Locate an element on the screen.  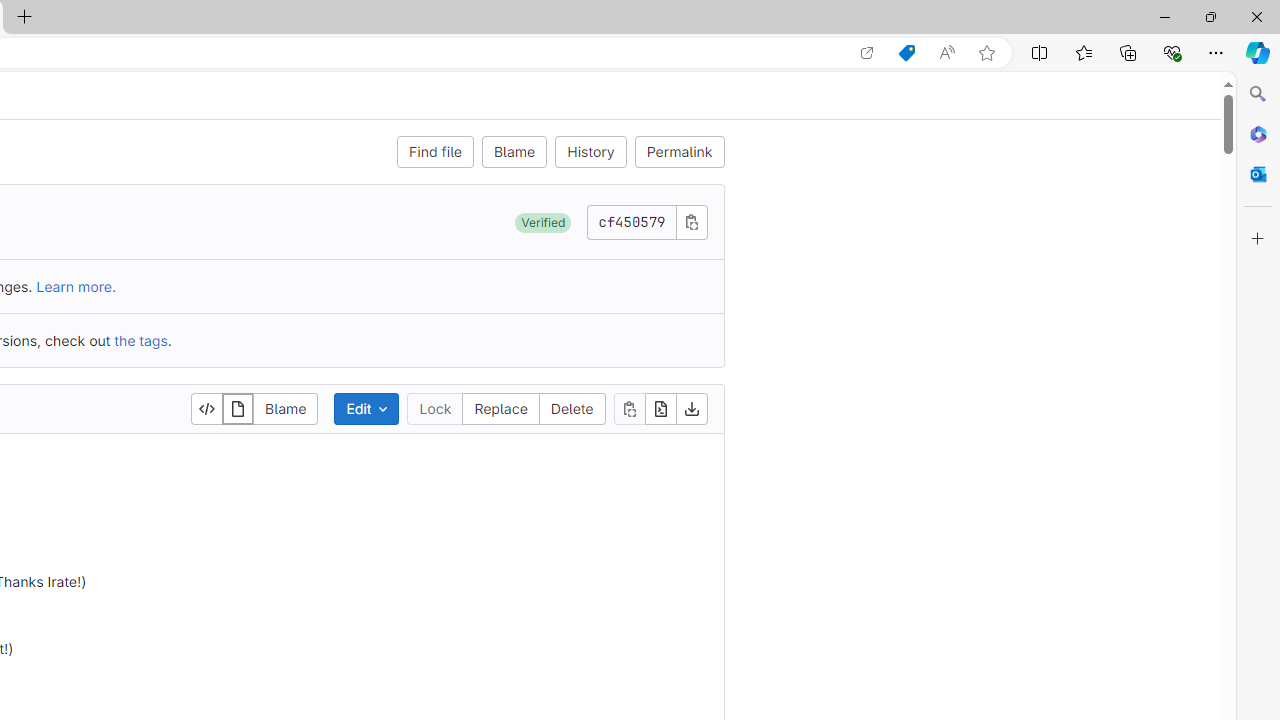
'Shopping in Microsoft Edge' is located at coordinates (905, 52).